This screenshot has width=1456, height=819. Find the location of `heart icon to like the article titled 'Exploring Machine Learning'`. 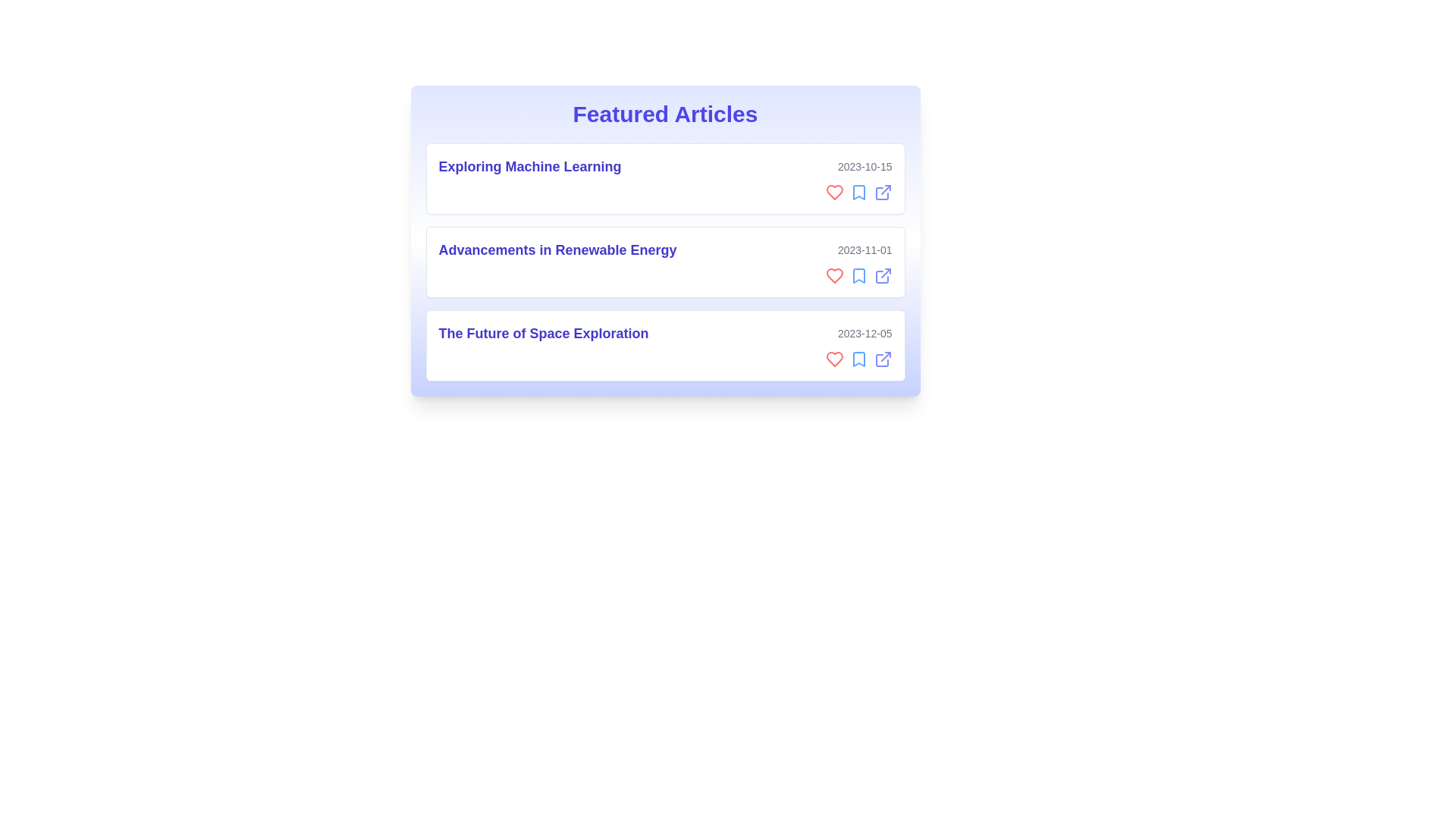

heart icon to like the article titled 'Exploring Machine Learning' is located at coordinates (833, 192).